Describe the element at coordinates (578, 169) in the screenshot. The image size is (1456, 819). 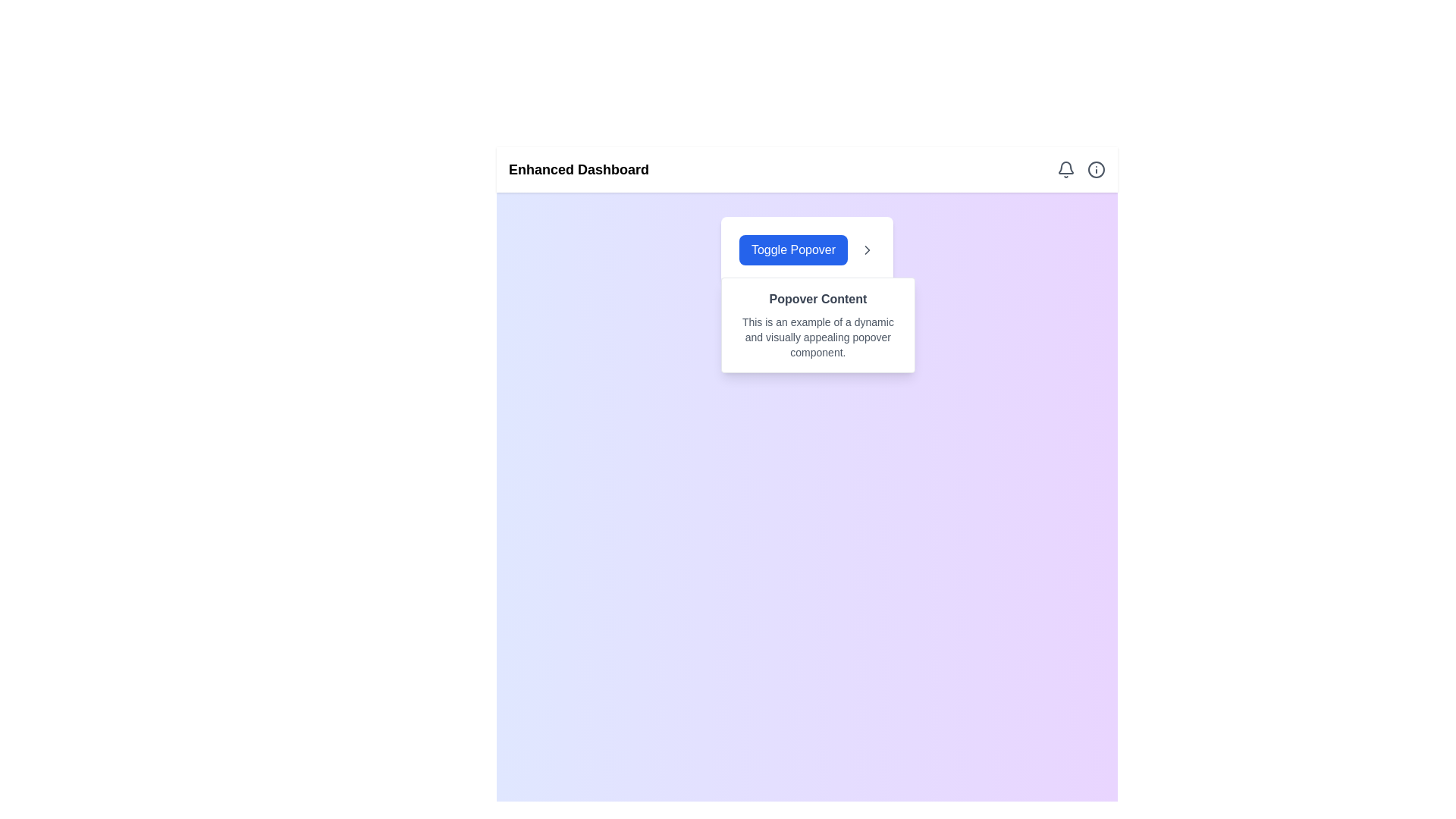
I see `the static text header label positioned on the far-left side of the navigation bar, which indicates the name or purpose of the current dashboard` at that location.